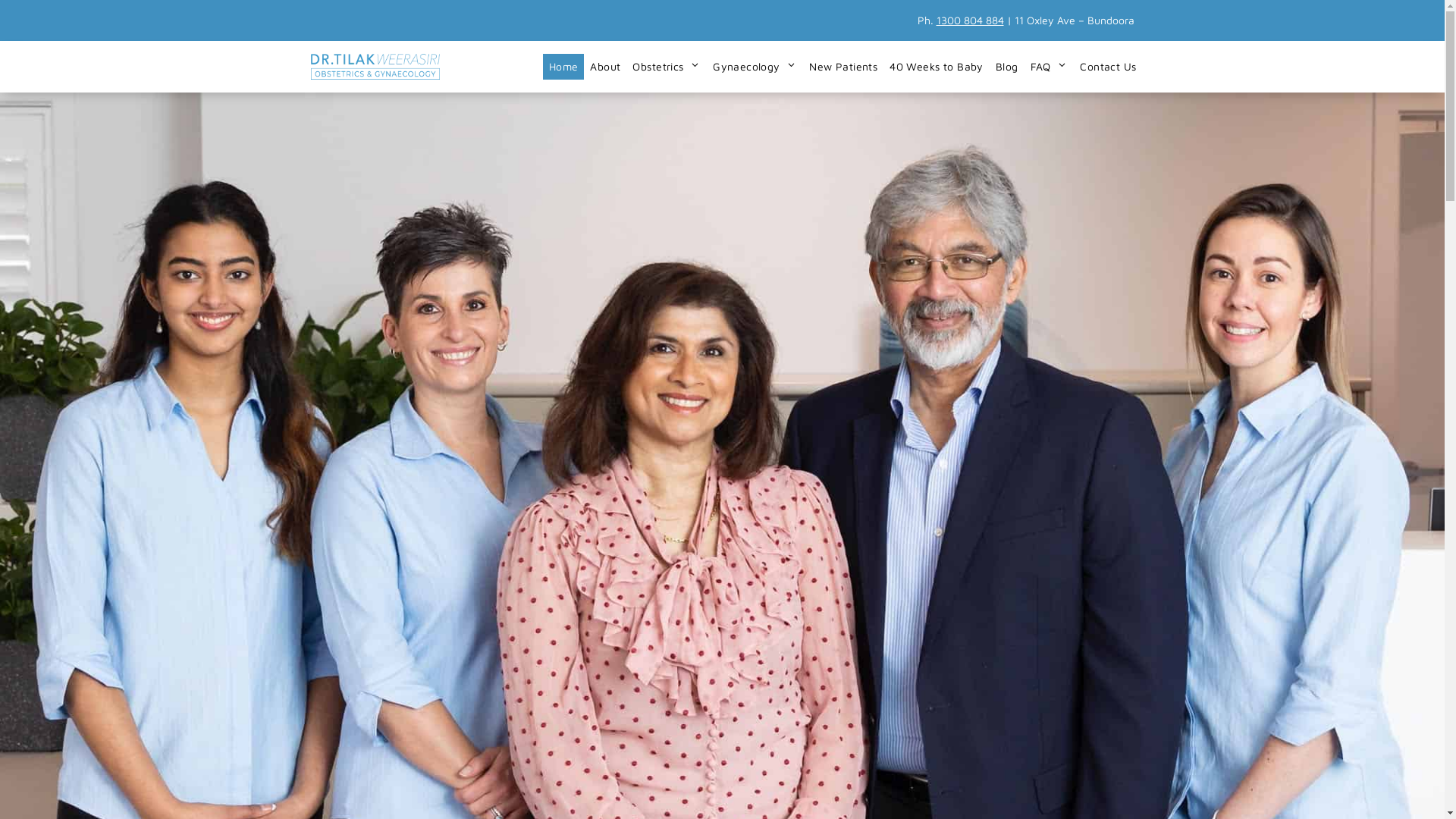  I want to click on 'New Patients', so click(843, 65).